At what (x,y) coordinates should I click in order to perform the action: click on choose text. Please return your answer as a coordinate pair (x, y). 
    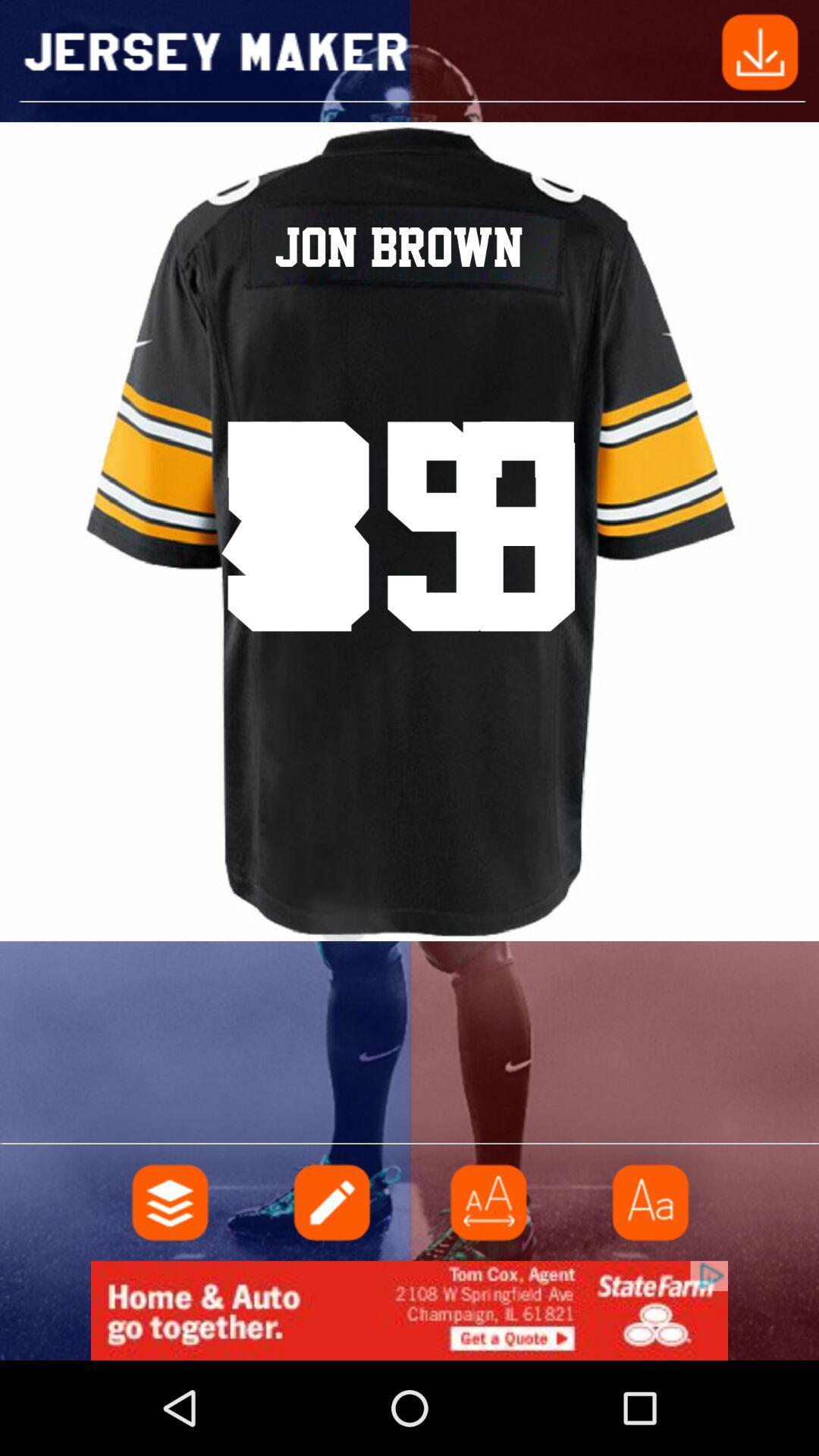
    Looking at the image, I should click on (648, 1201).